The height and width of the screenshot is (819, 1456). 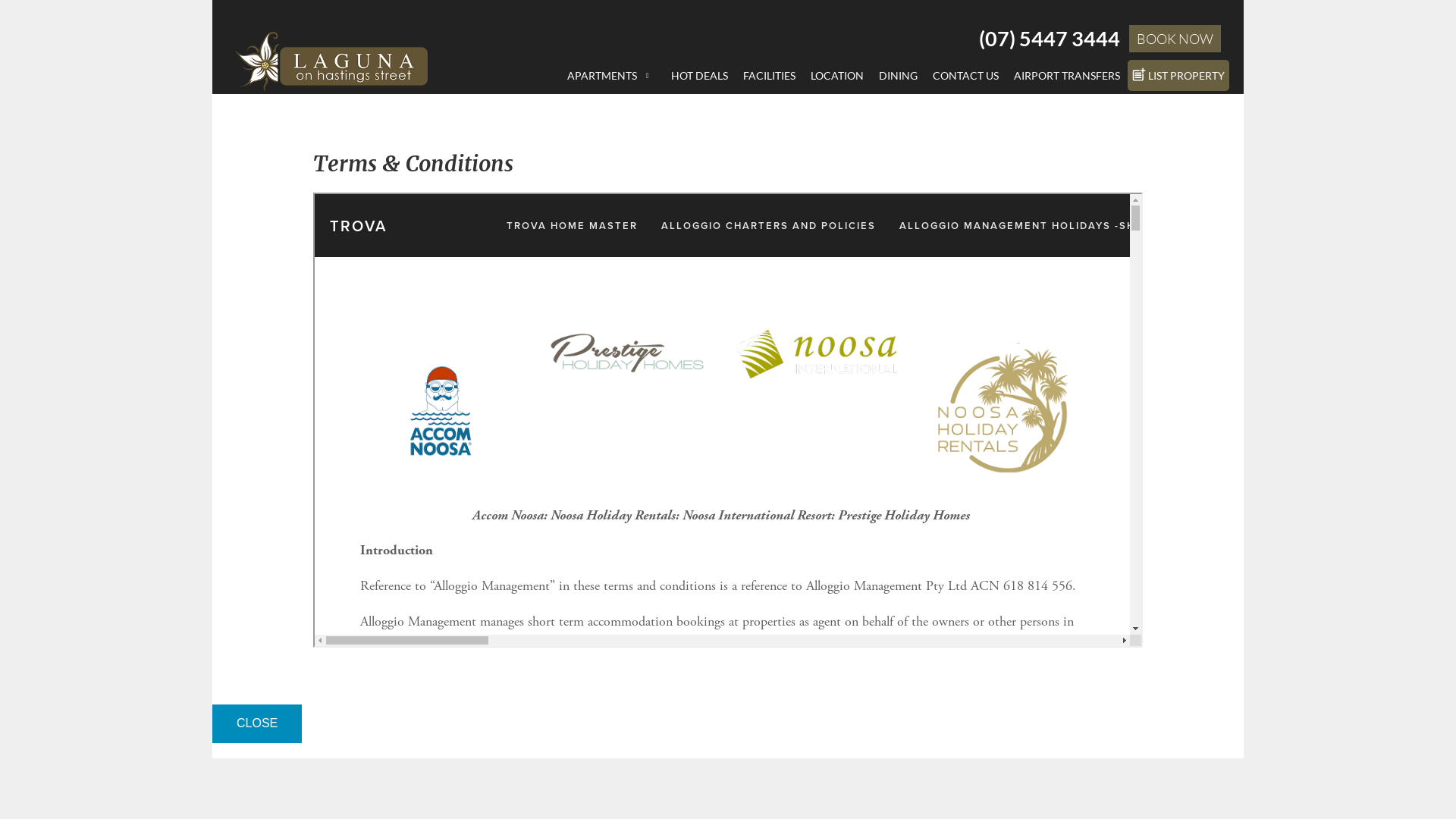 I want to click on '(07) 5447 3444', so click(x=1048, y=37).